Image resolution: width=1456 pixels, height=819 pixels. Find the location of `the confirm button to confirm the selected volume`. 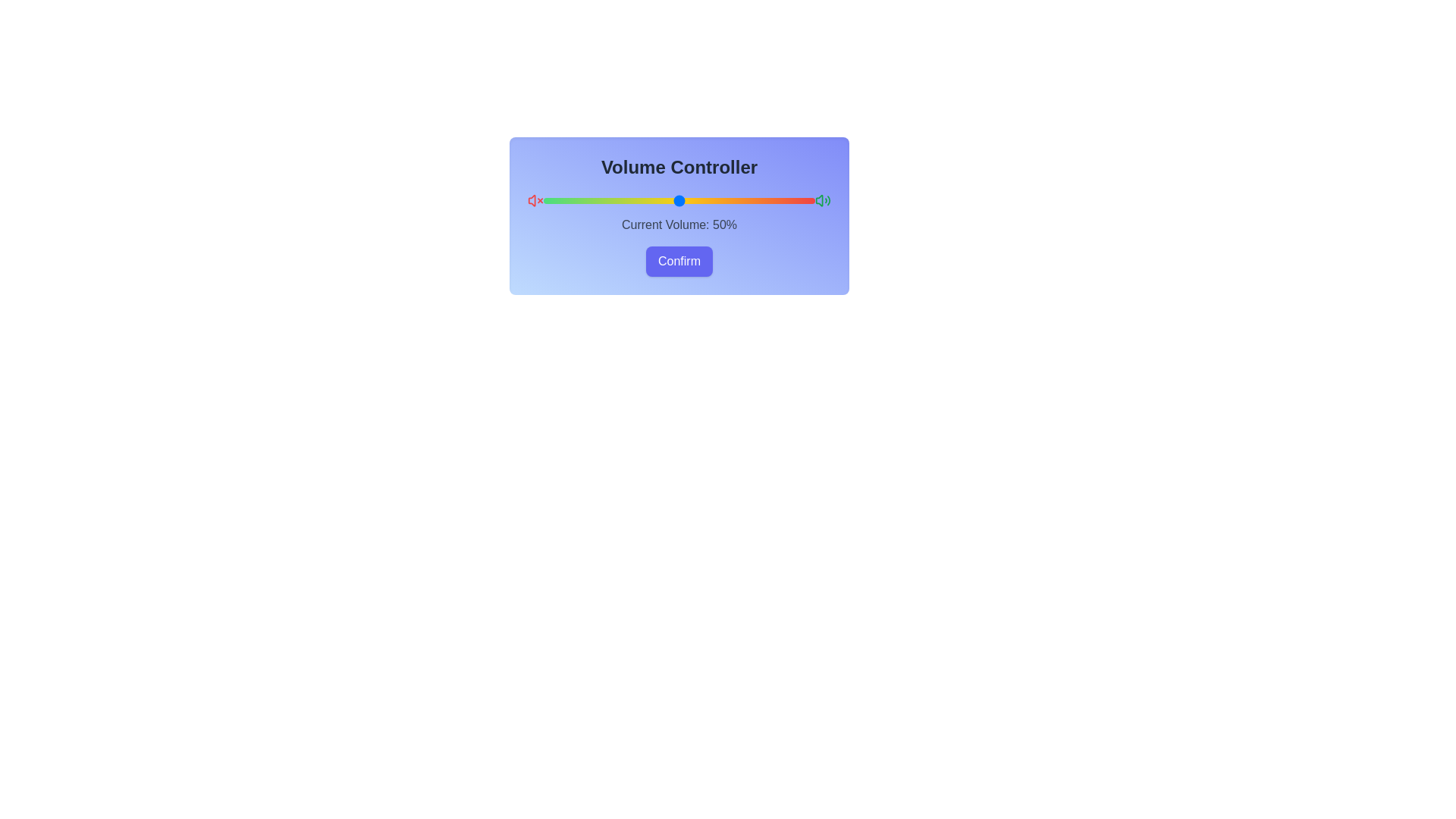

the confirm button to confirm the selected volume is located at coordinates (679, 260).